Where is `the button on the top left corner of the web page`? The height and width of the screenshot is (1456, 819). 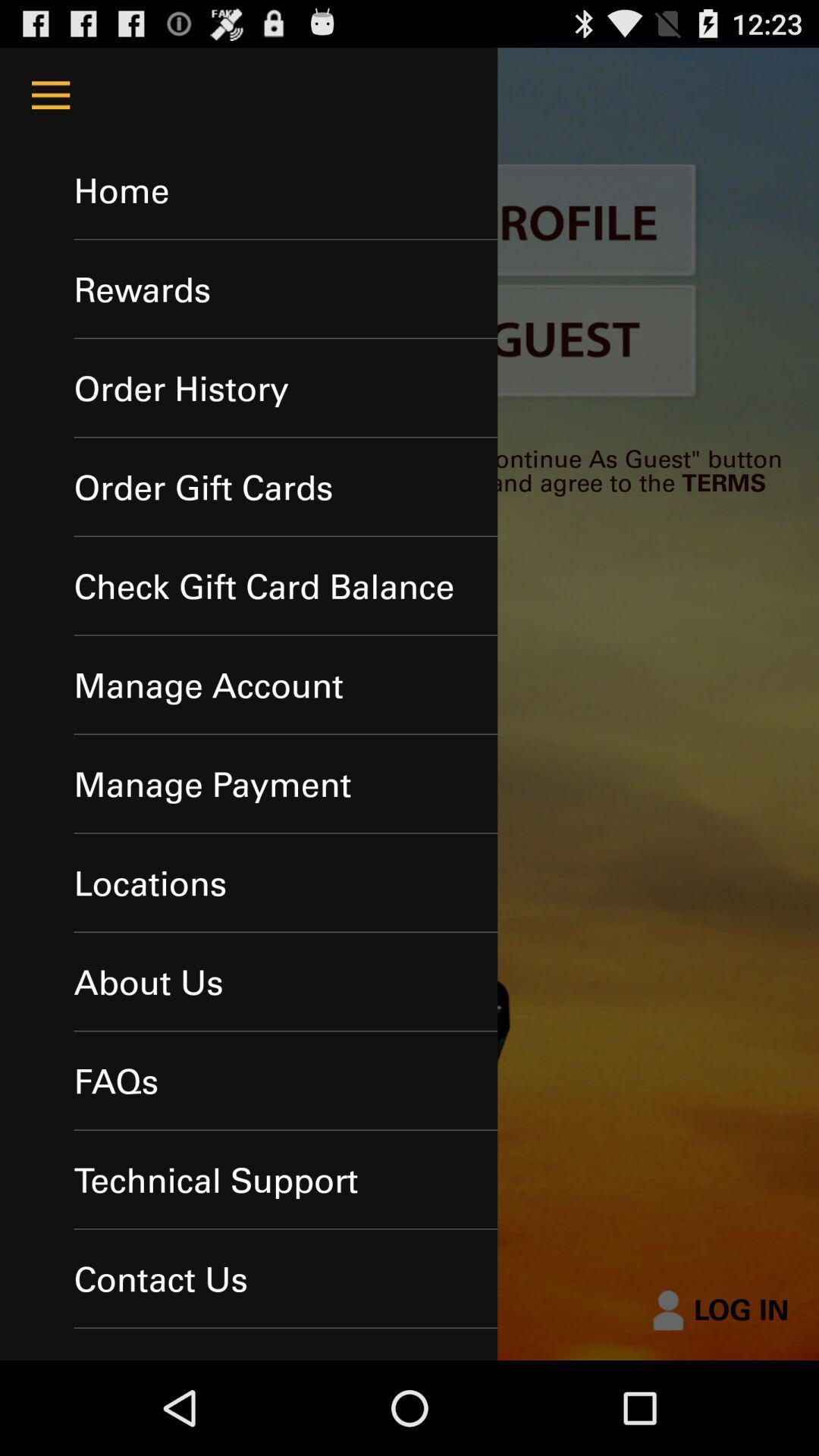 the button on the top left corner of the web page is located at coordinates (49, 94).